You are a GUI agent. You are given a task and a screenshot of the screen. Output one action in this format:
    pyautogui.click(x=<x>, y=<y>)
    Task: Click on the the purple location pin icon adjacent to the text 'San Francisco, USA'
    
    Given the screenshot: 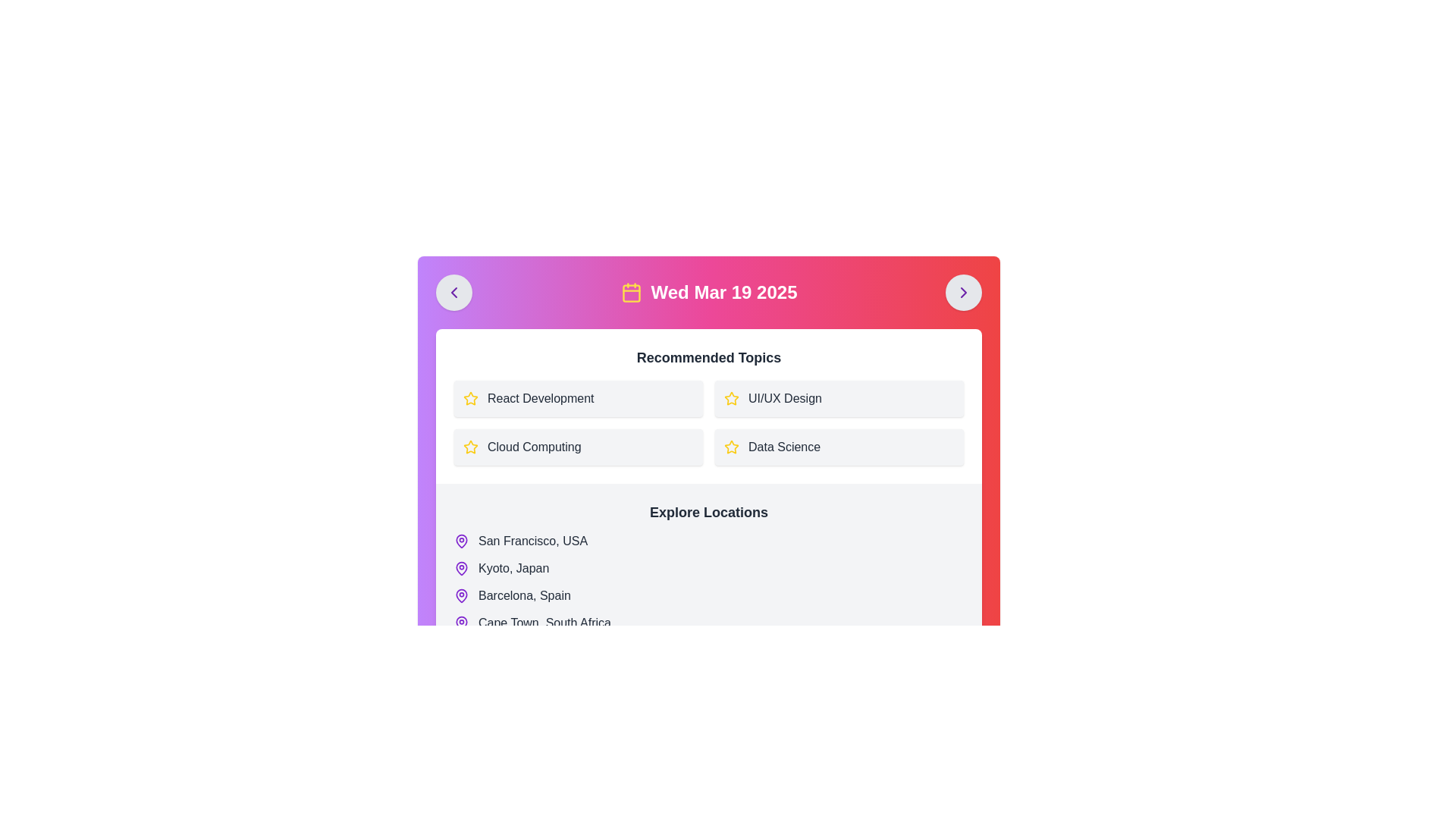 What is the action you would take?
    pyautogui.click(x=461, y=540)
    